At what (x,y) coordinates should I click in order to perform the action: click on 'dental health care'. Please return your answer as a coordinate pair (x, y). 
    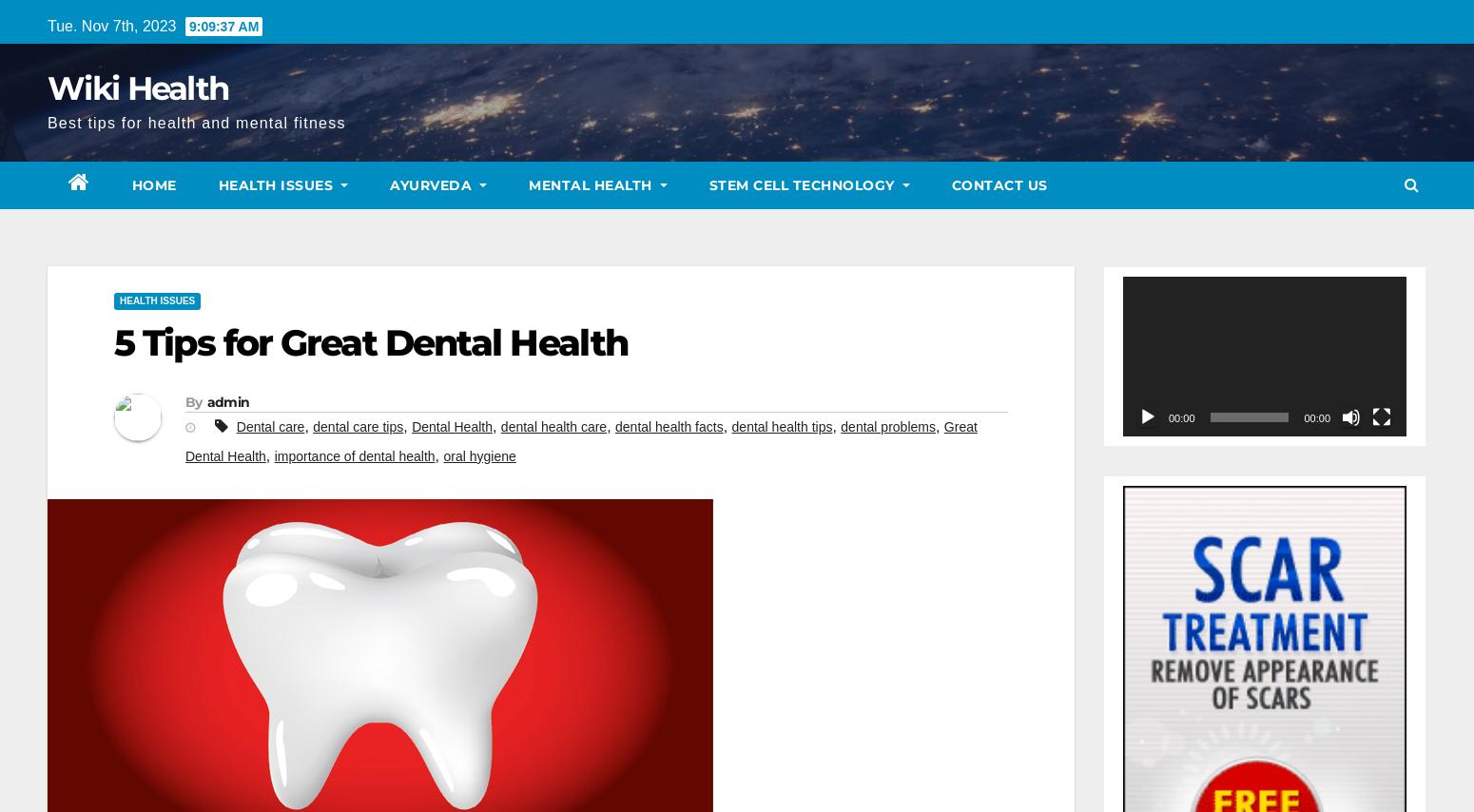
    Looking at the image, I should click on (553, 425).